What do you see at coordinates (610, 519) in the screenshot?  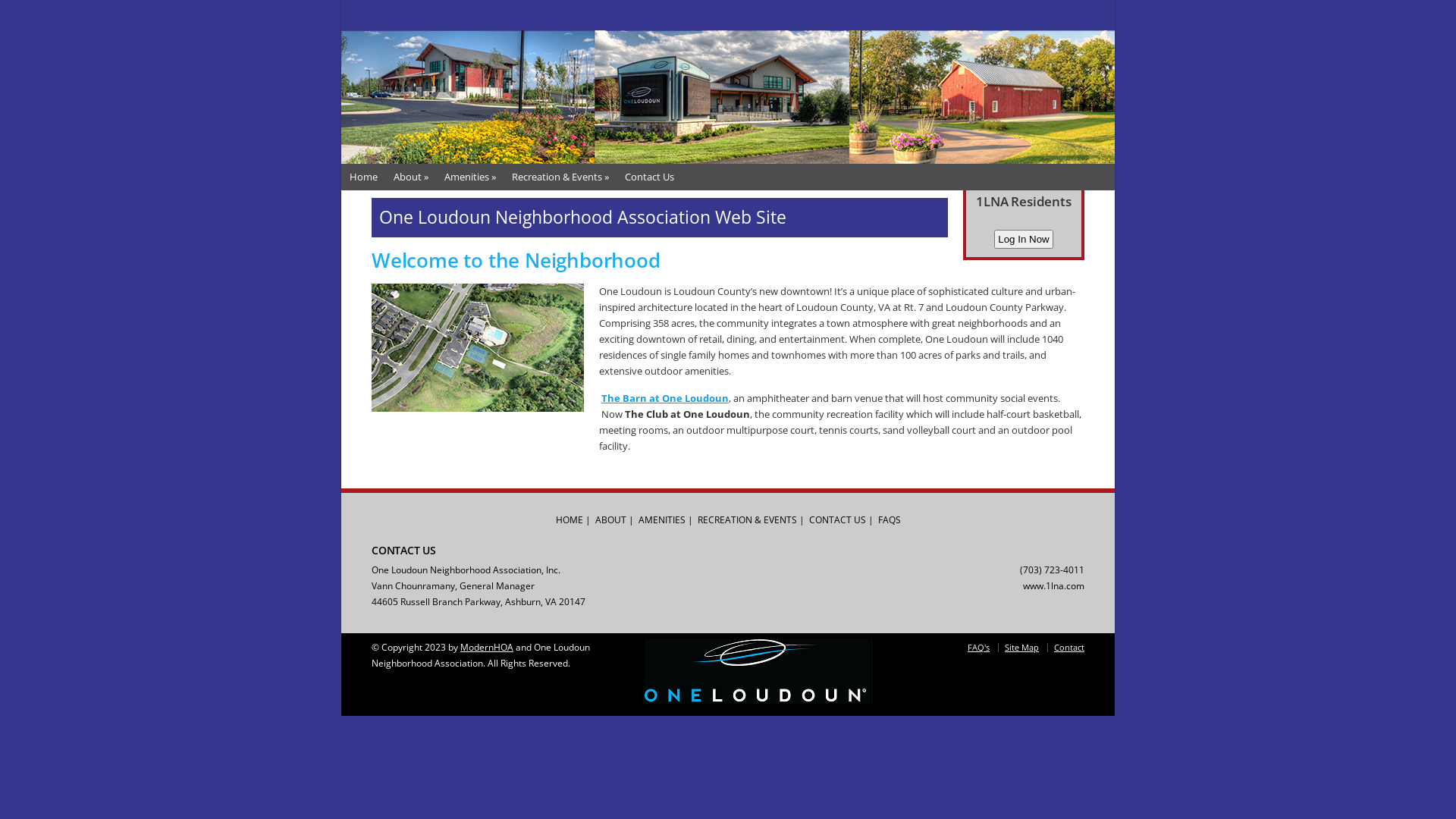 I see `'ABOUT'` at bounding box center [610, 519].